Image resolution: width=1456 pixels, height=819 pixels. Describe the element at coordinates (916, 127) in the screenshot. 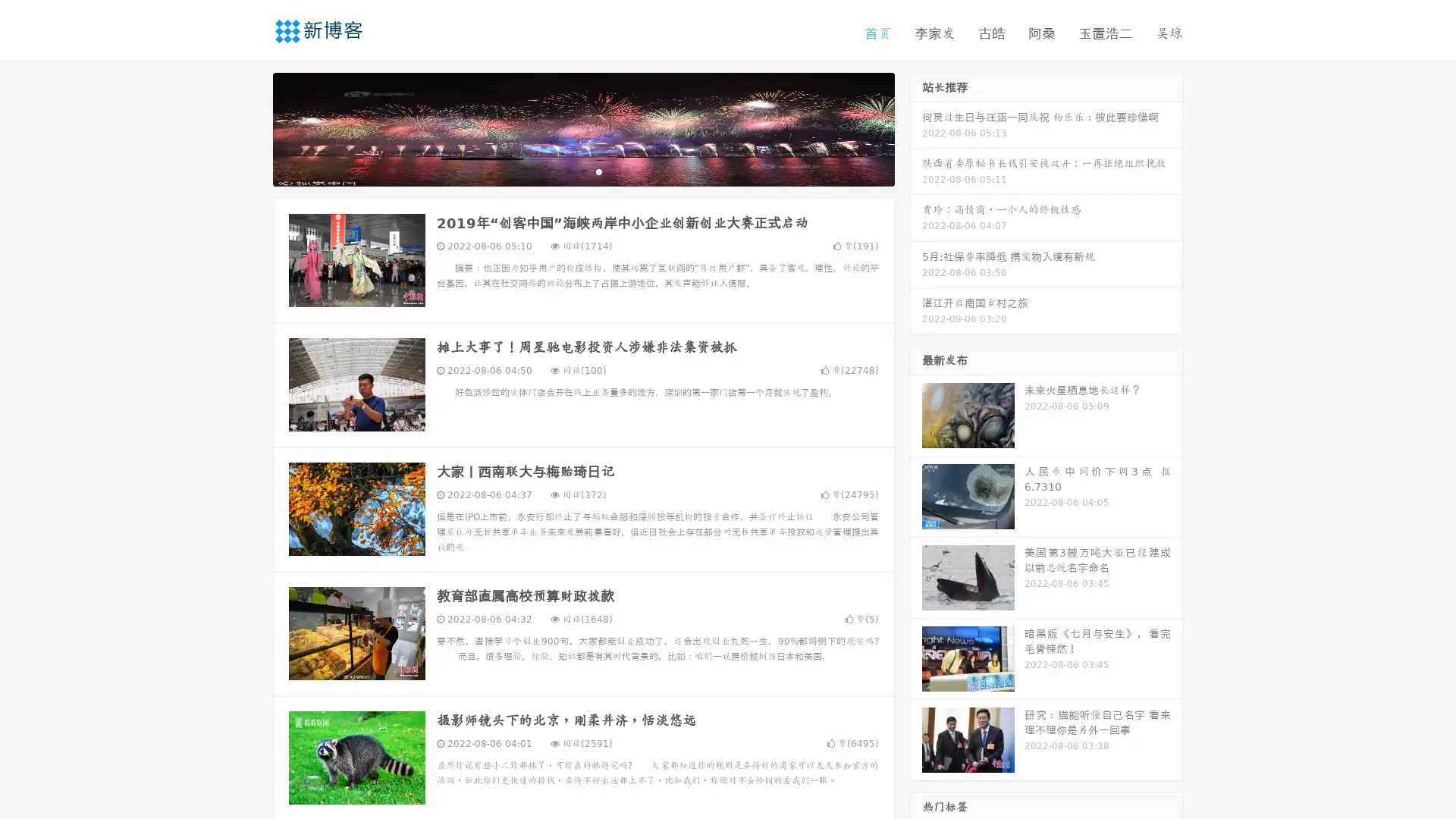

I see `Next slide` at that location.